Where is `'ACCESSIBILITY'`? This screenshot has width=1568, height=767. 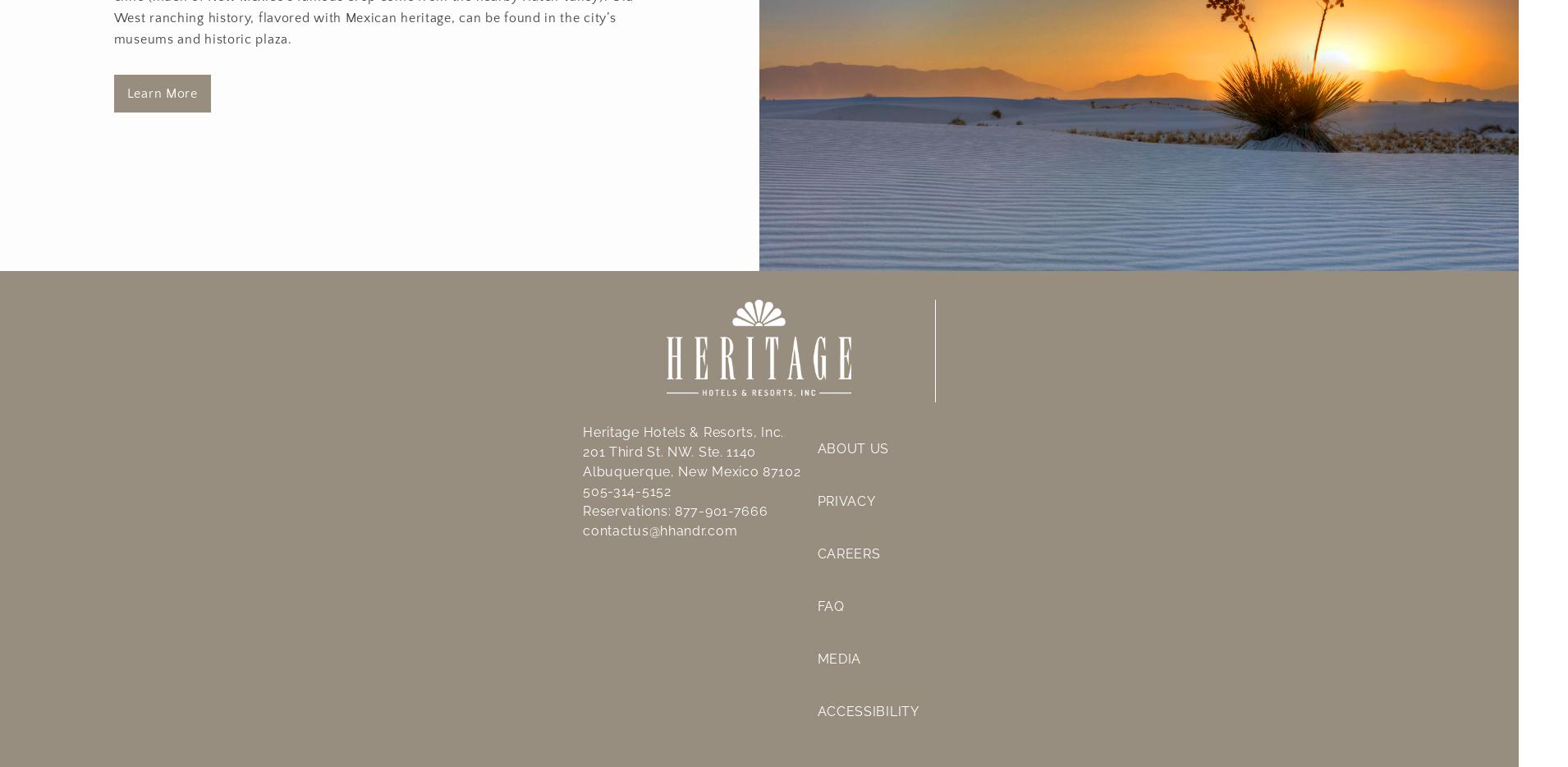
'ACCESSIBILITY' is located at coordinates (866, 710).